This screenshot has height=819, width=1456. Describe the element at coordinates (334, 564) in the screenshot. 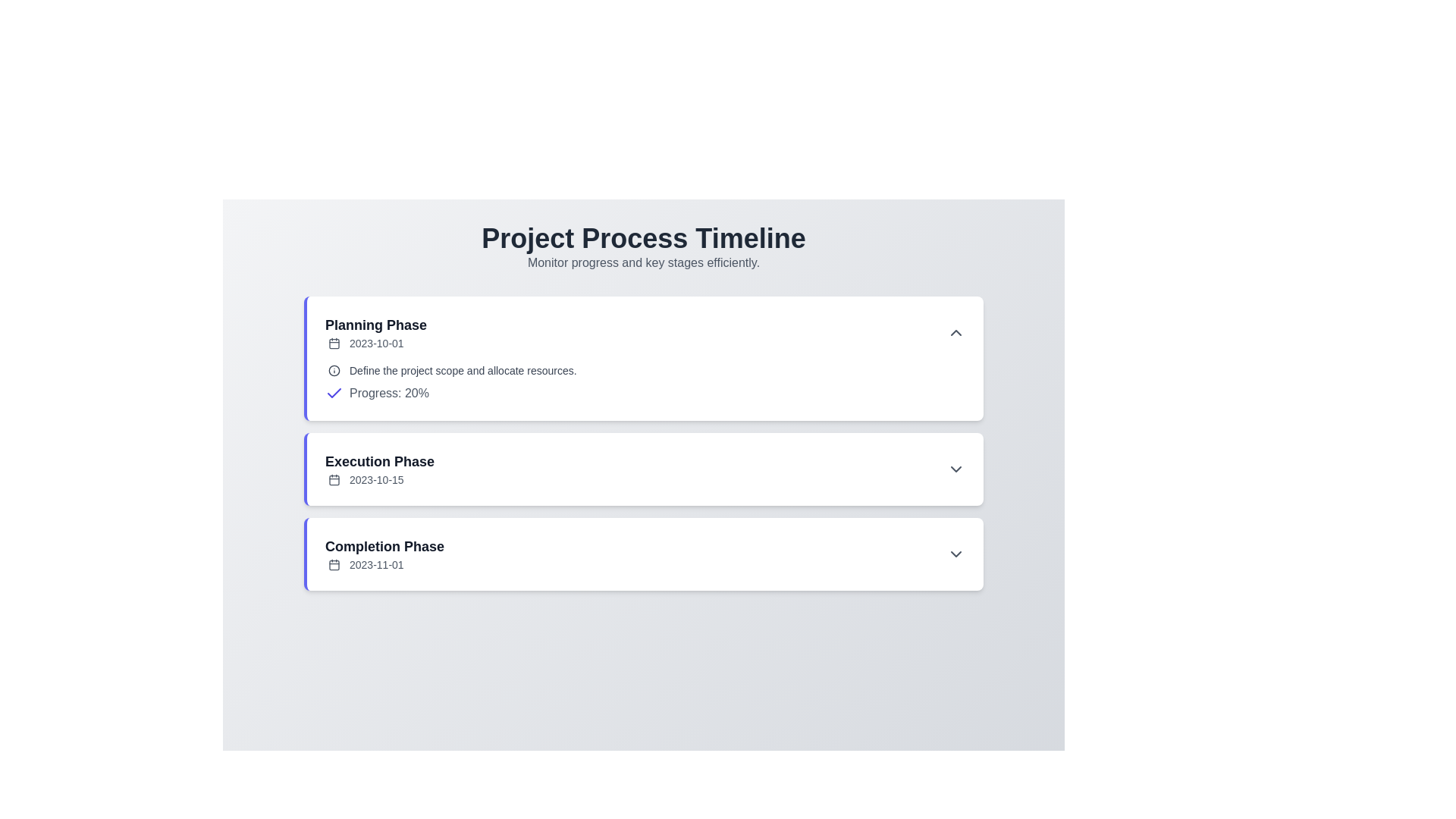

I see `small gray calendar-shaped icon located before the date text '2023-11-01' in the 'Completion Phase' section for styling` at that location.